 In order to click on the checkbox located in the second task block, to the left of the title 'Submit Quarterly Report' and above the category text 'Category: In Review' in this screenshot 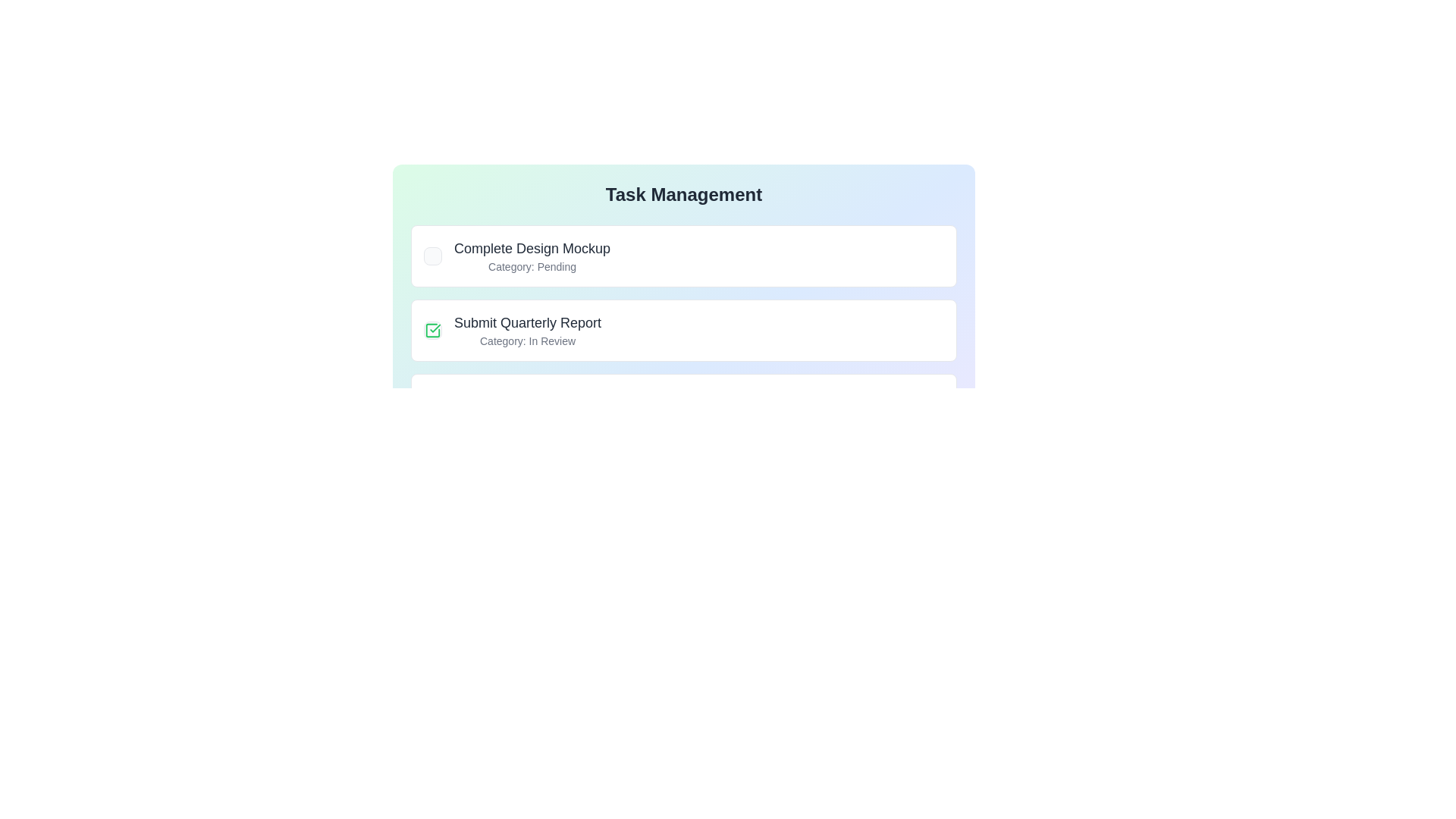, I will do `click(432, 329)`.